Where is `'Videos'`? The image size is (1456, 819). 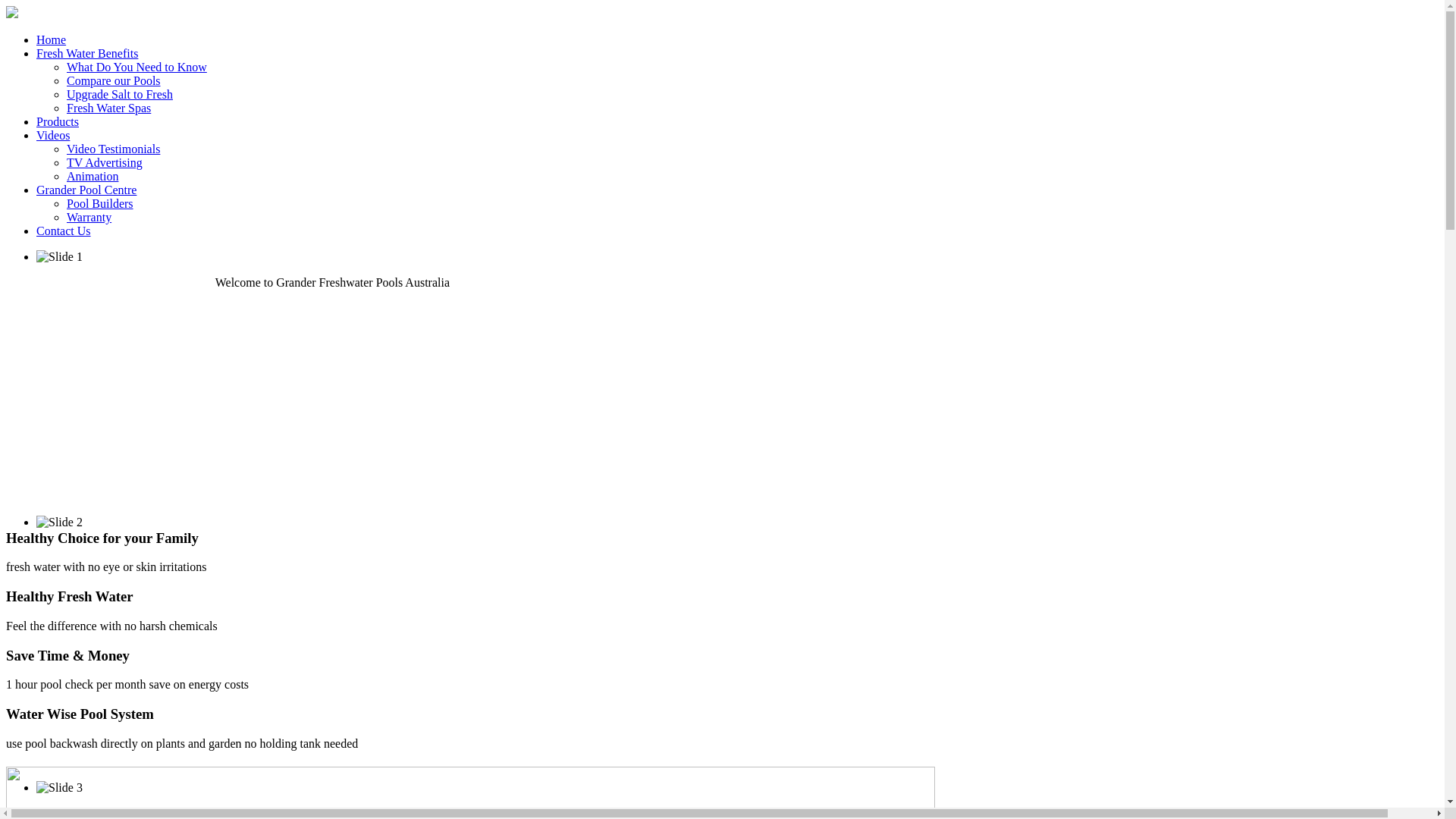
'Videos' is located at coordinates (53, 134).